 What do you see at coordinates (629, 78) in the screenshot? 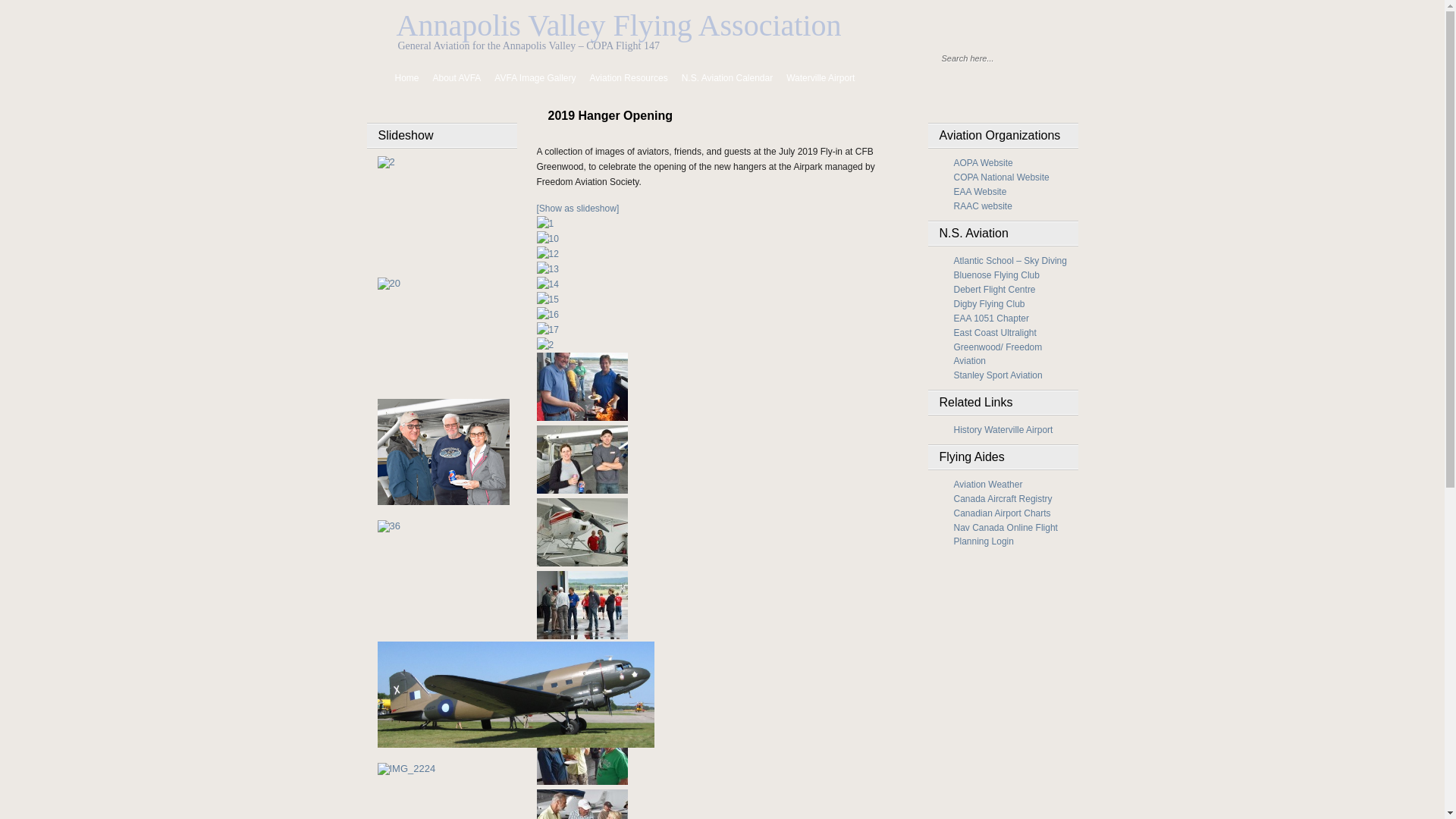
I see `'Aviation Resources'` at bounding box center [629, 78].